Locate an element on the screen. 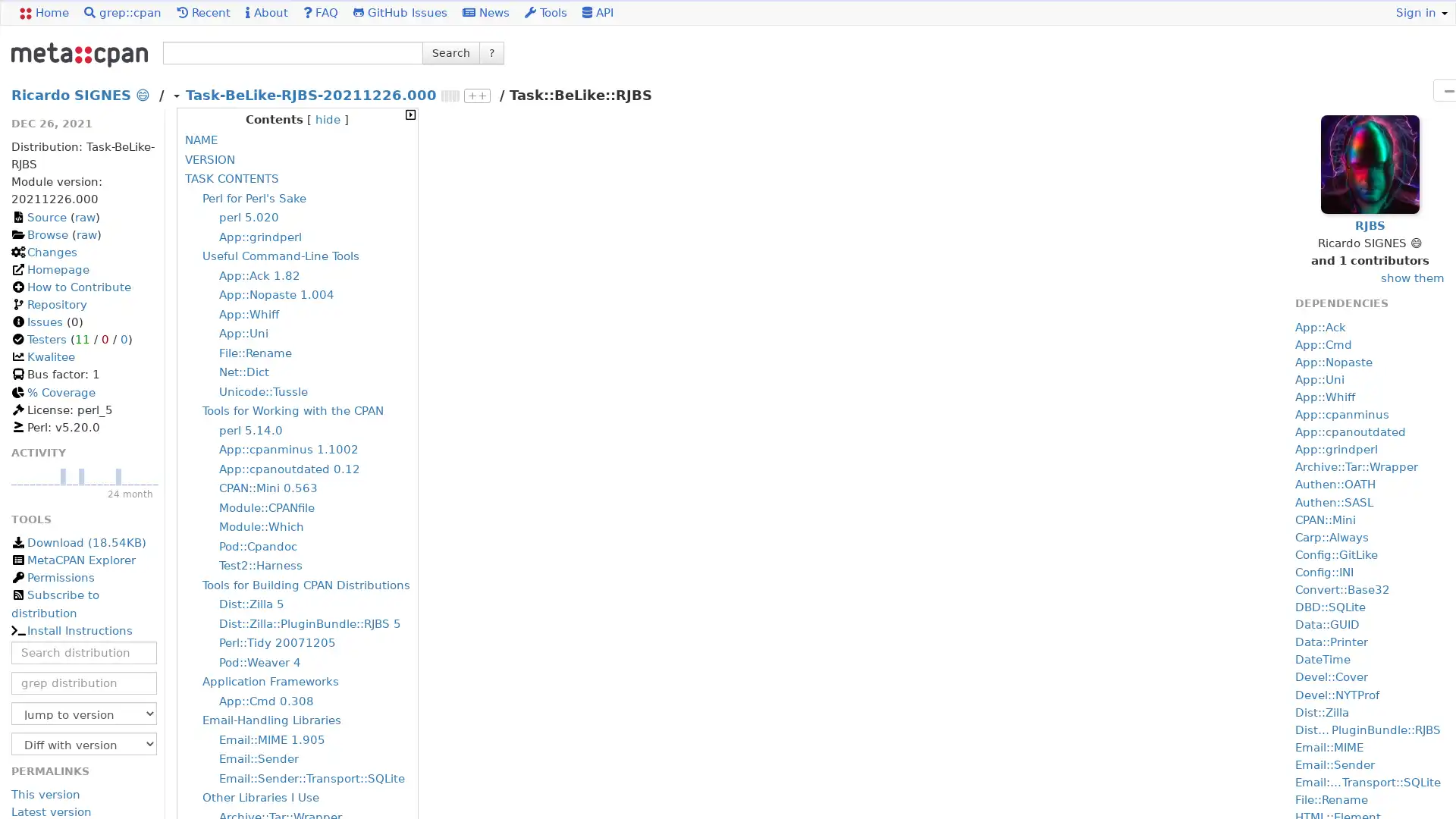 The width and height of the screenshot is (1456, 819). Install Instructions is located at coordinates (71, 631).